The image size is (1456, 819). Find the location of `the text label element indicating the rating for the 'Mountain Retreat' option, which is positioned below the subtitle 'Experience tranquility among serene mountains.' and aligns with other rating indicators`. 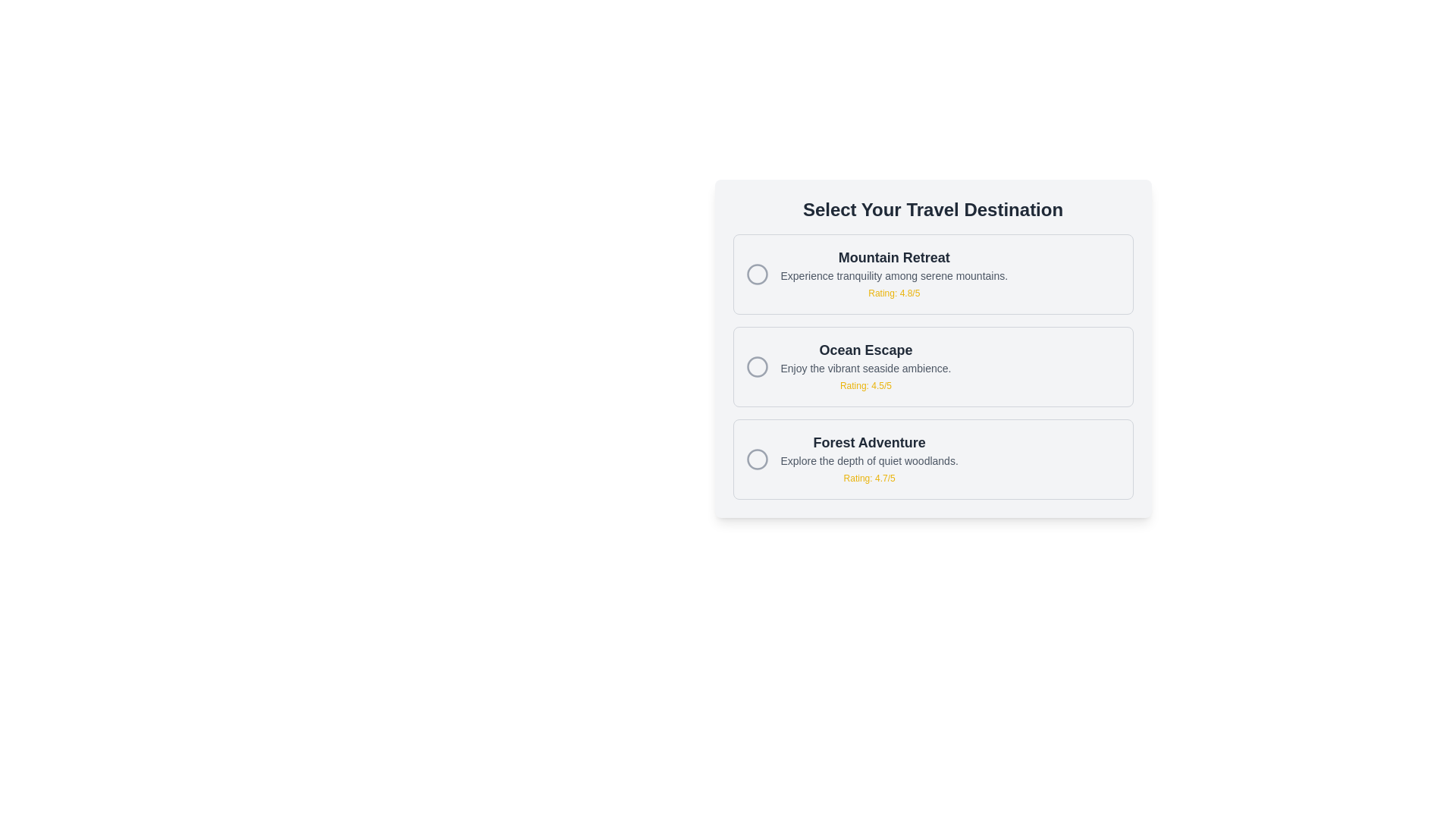

the text label element indicating the rating for the 'Mountain Retreat' option, which is positioned below the subtitle 'Experience tranquility among serene mountains.' and aligns with other rating indicators is located at coordinates (894, 293).